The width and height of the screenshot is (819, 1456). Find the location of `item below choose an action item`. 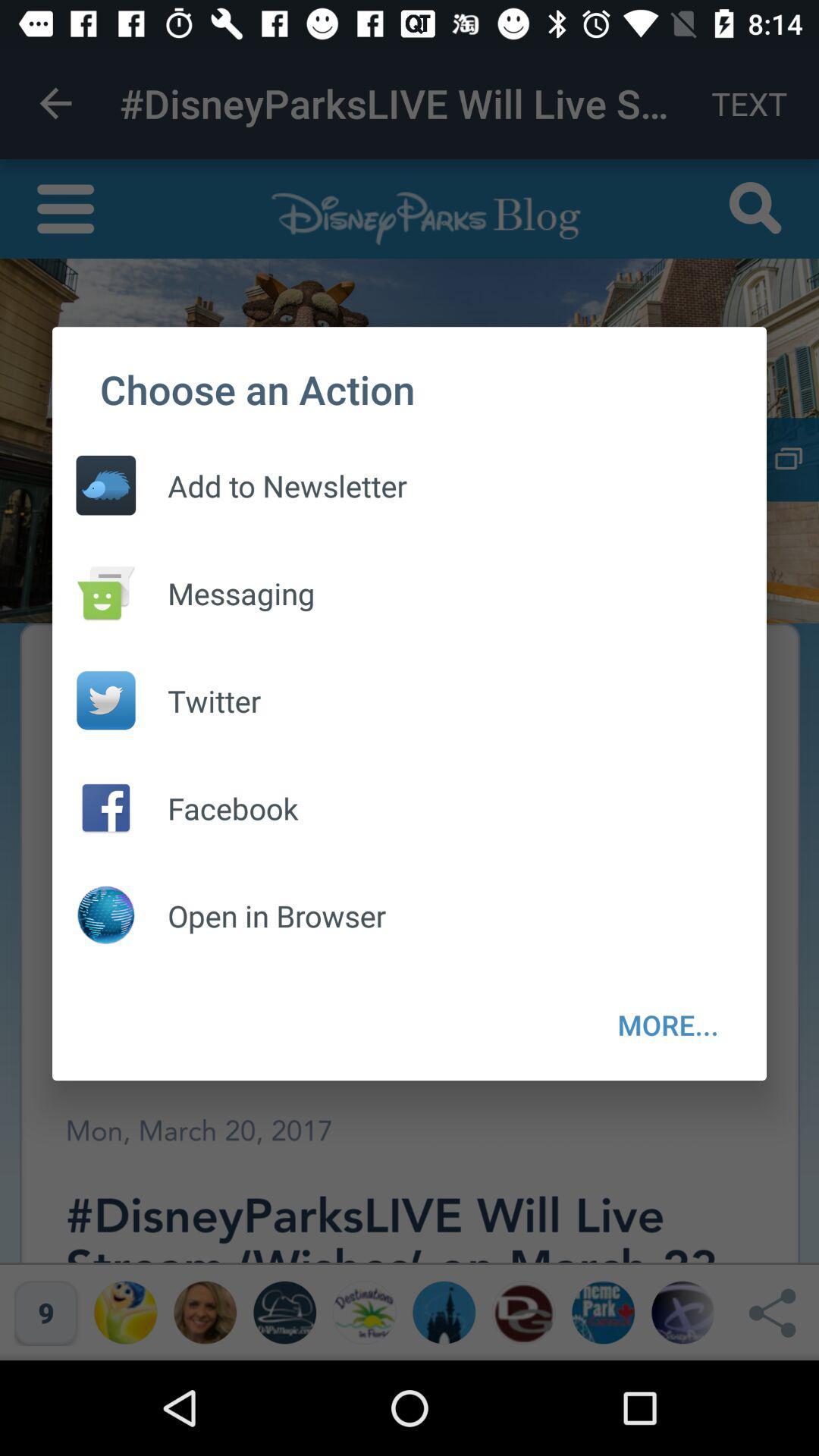

item below choose an action item is located at coordinates (271, 485).